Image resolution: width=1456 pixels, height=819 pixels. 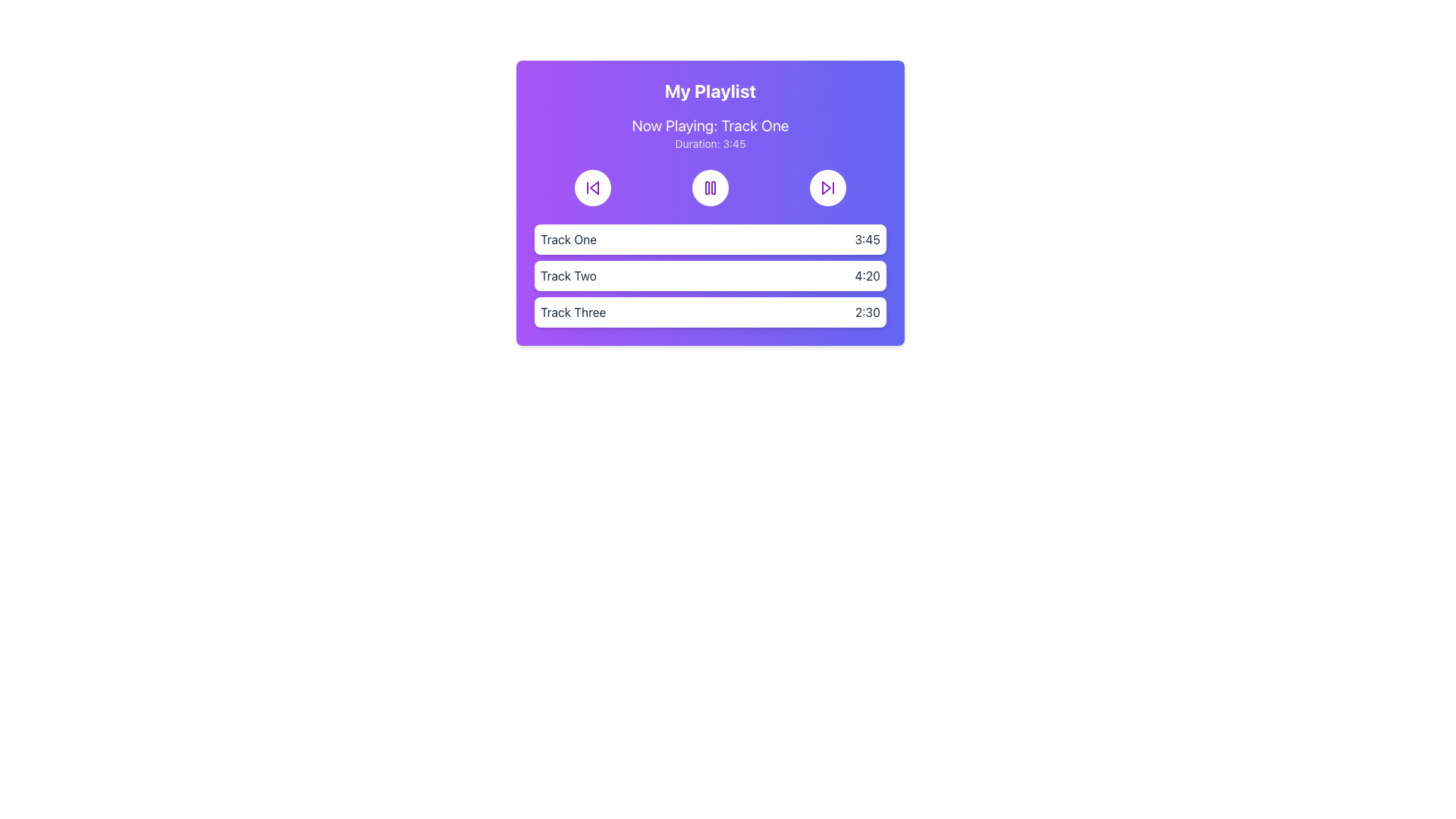 What do you see at coordinates (709, 90) in the screenshot?
I see `the bold, large, white text labeled 'My Playlist', which is positioned at the top of the segment on a gradient background transitioning from purple to indigo` at bounding box center [709, 90].